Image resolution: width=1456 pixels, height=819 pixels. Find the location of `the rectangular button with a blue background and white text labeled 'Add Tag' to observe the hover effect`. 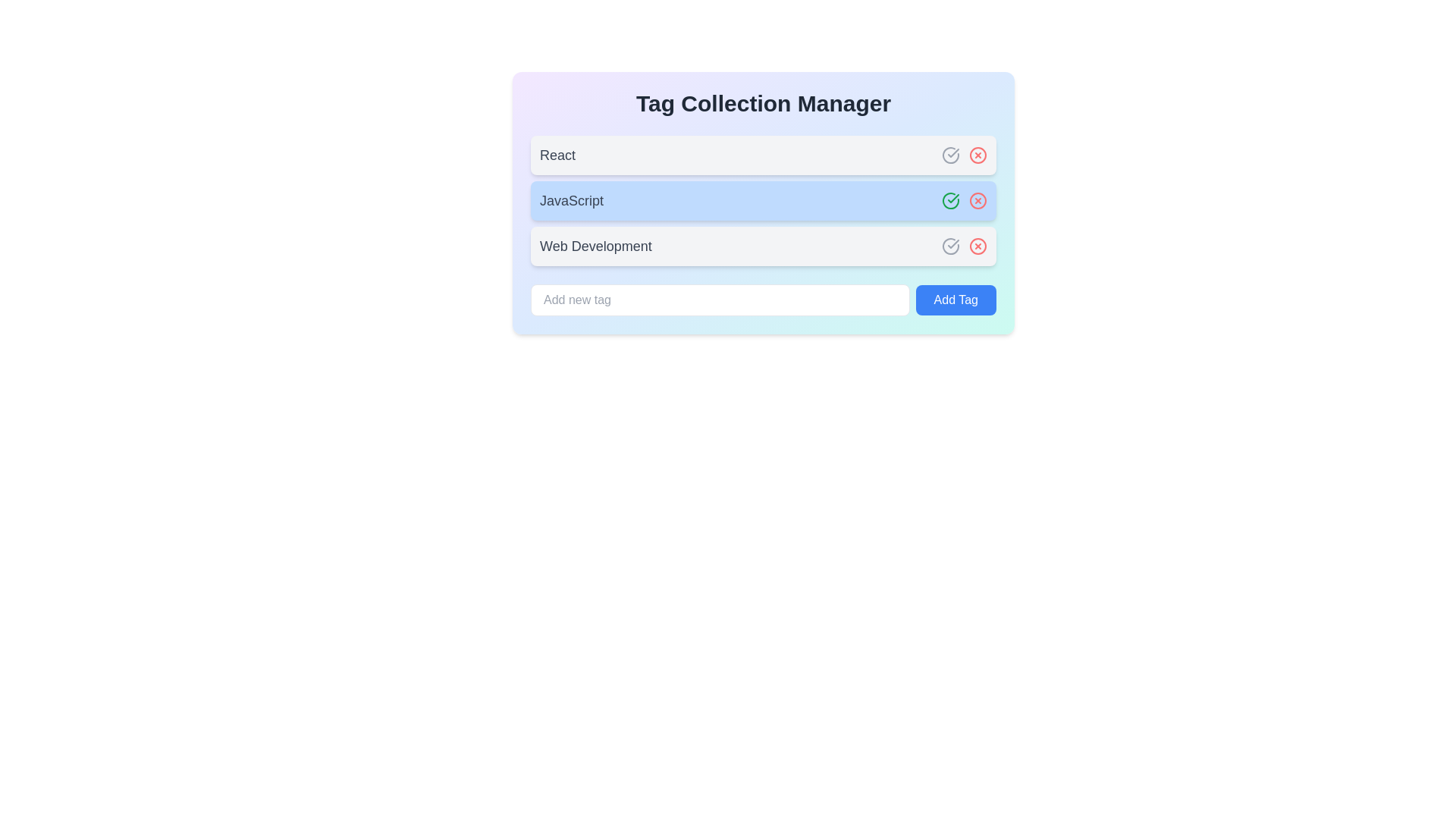

the rectangular button with a blue background and white text labeled 'Add Tag' to observe the hover effect is located at coordinates (955, 300).